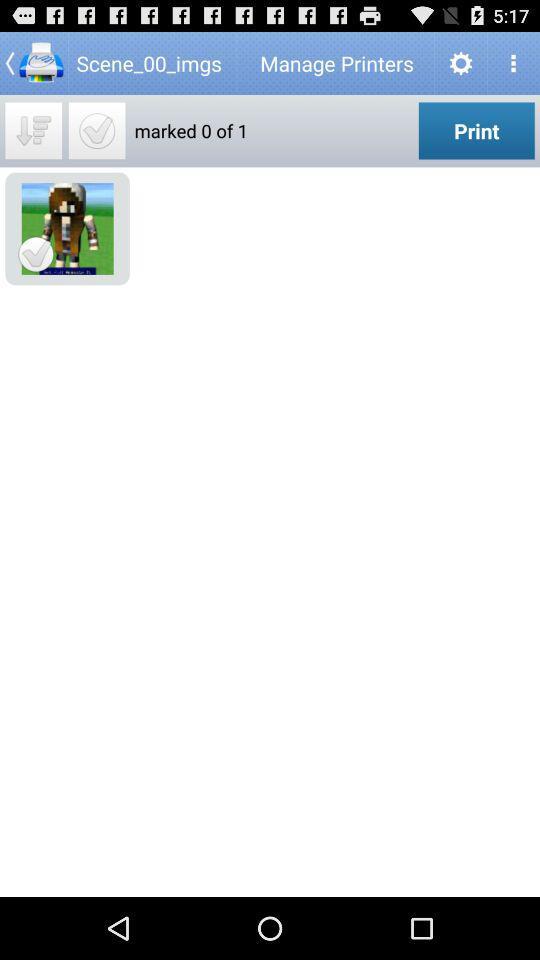  I want to click on download button, so click(32, 129).